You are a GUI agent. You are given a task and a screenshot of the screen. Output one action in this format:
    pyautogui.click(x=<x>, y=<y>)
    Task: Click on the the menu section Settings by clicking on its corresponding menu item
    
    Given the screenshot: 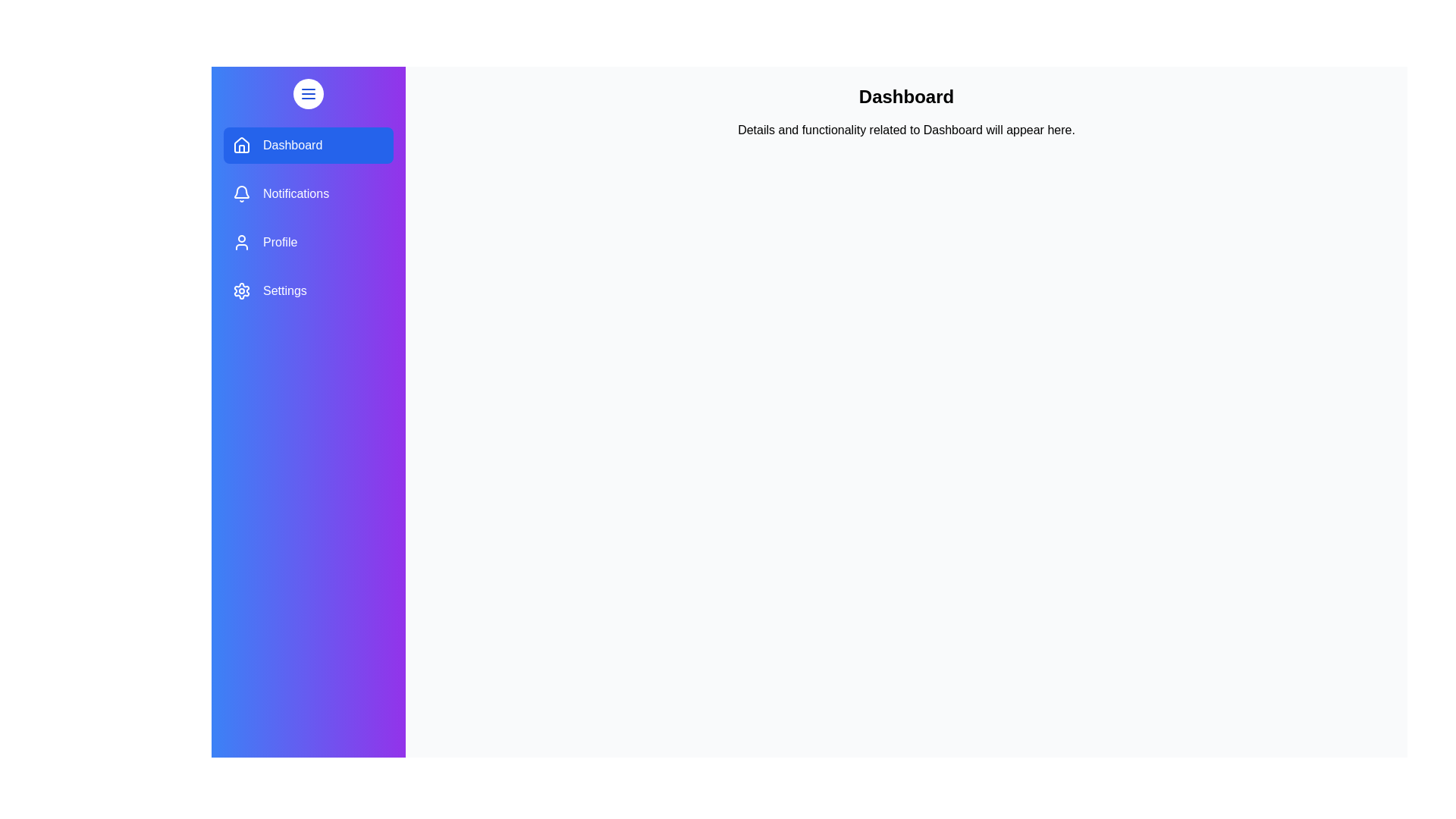 What is the action you would take?
    pyautogui.click(x=308, y=291)
    